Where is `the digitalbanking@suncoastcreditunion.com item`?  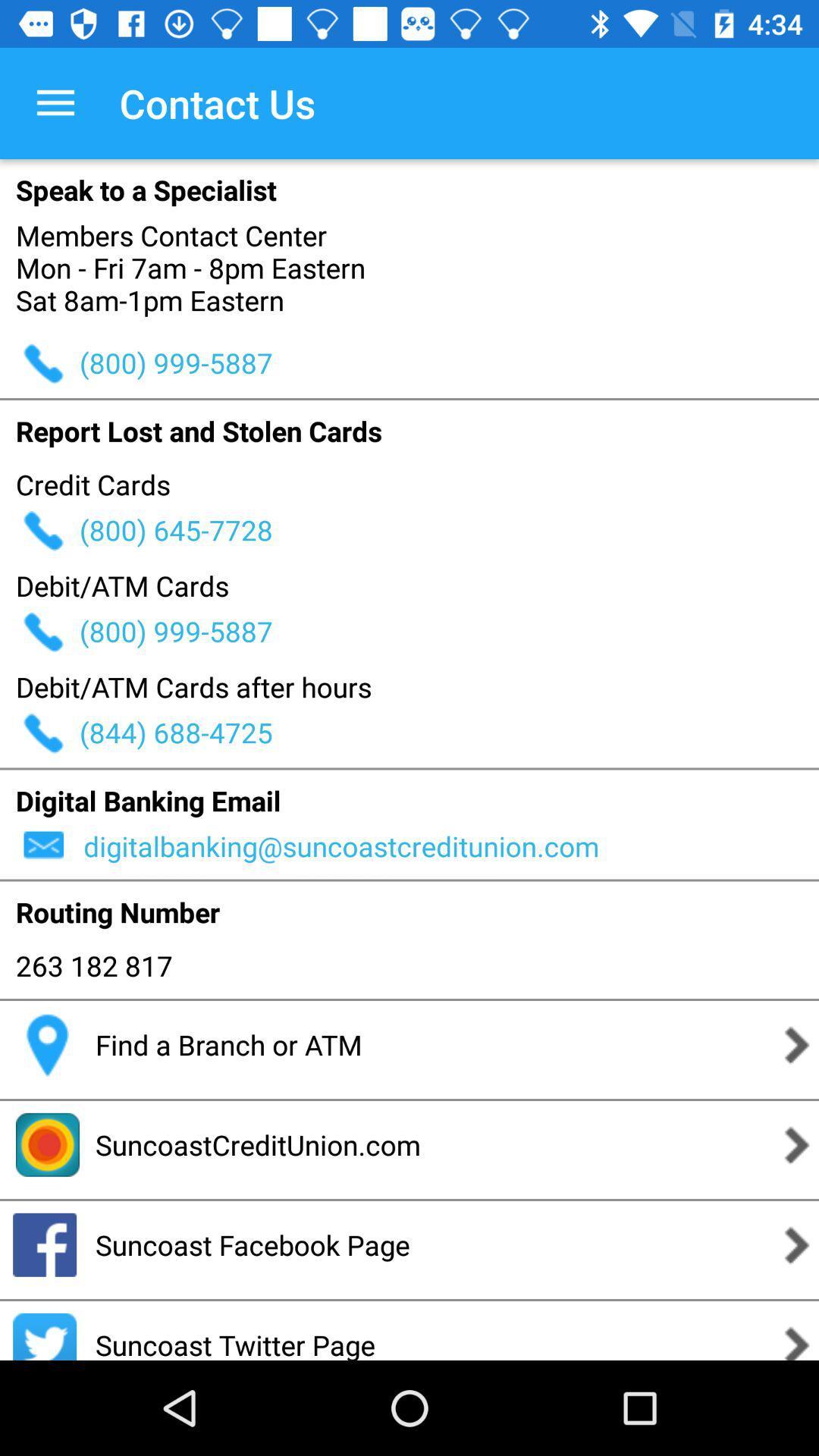
the digitalbanking@suncoastcreditunion.com item is located at coordinates (448, 846).